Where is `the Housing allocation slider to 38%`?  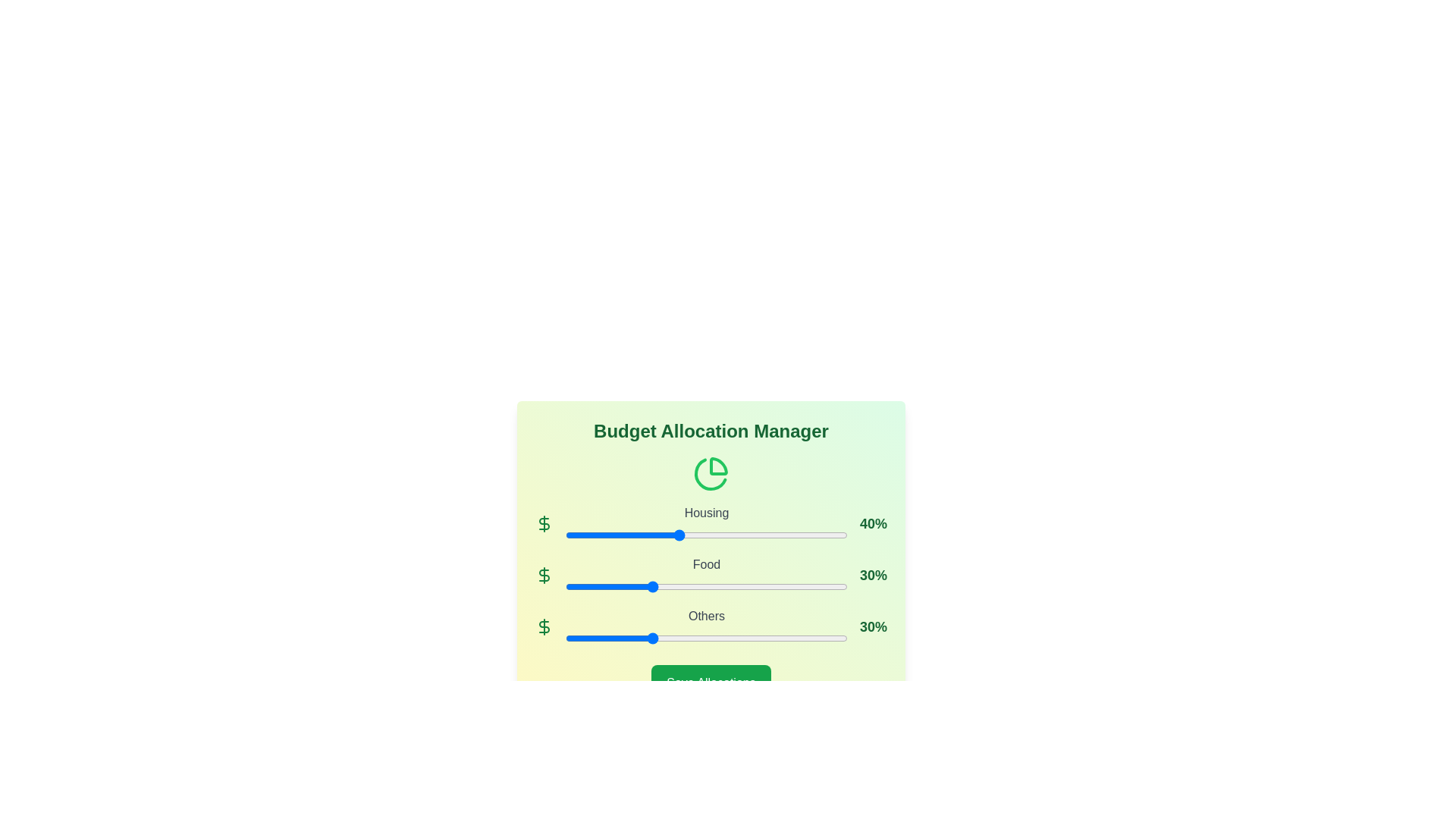 the Housing allocation slider to 38% is located at coordinates (672, 534).